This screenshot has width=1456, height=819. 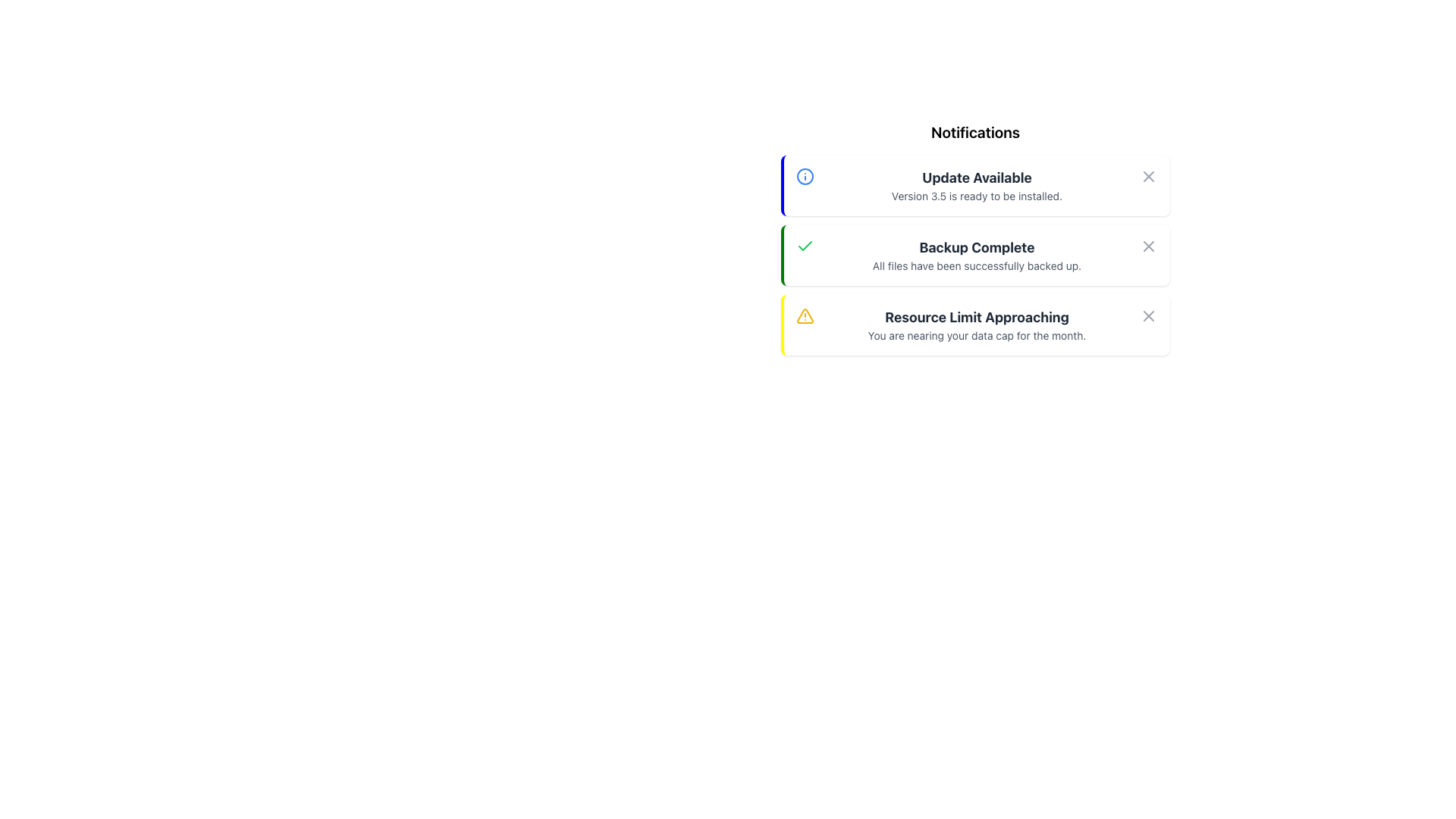 I want to click on the dismiss button located at the right section of the 'Resource Limit Approaching' notification card, so click(x=1149, y=315).